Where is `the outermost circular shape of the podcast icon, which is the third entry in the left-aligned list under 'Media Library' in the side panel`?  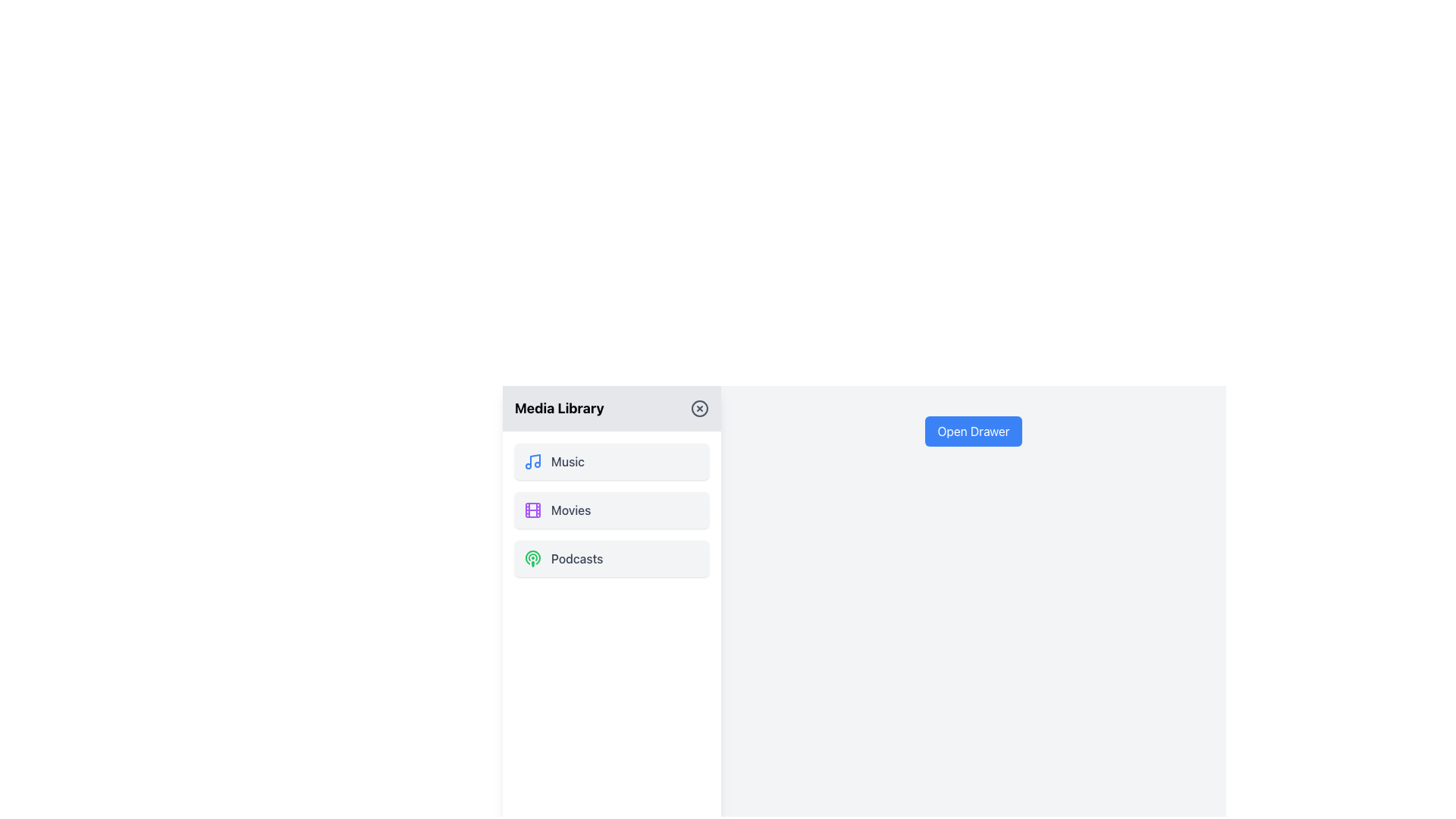
the outermost circular shape of the podcast icon, which is the third entry in the left-aligned list under 'Media Library' in the side panel is located at coordinates (532, 557).